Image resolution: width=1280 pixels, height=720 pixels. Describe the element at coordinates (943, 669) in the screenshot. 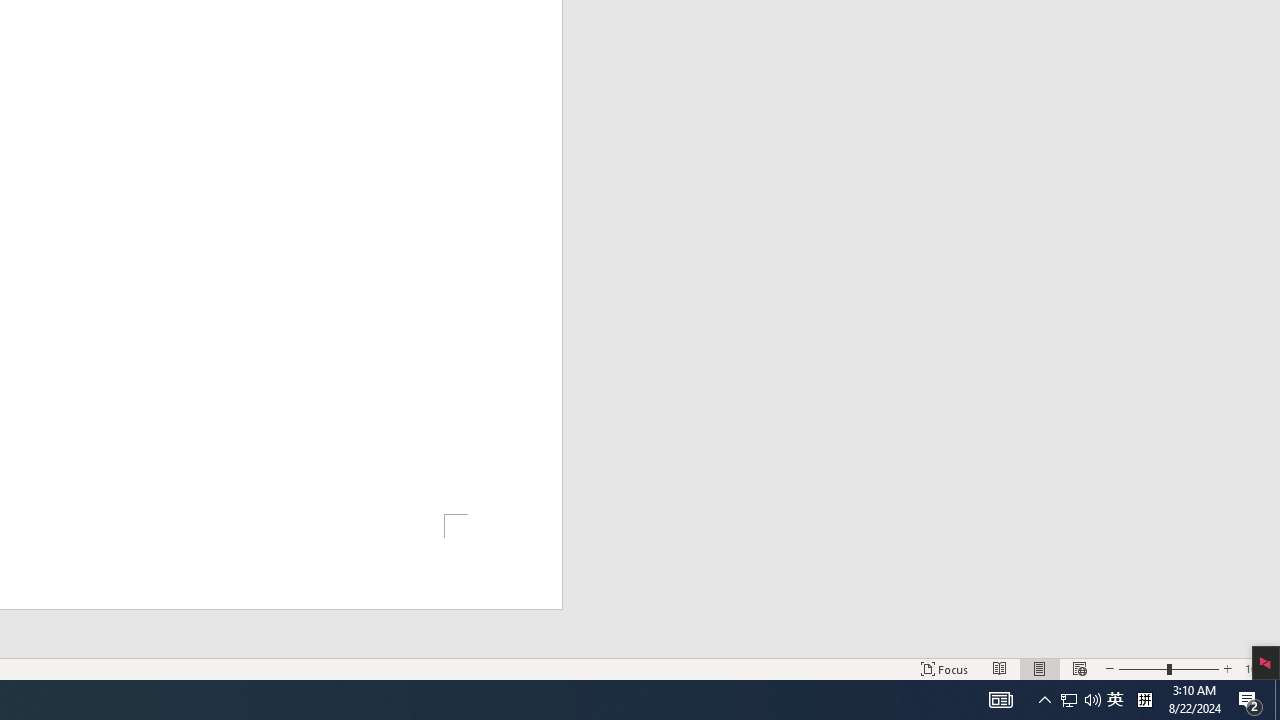

I see `'Focus '` at that location.